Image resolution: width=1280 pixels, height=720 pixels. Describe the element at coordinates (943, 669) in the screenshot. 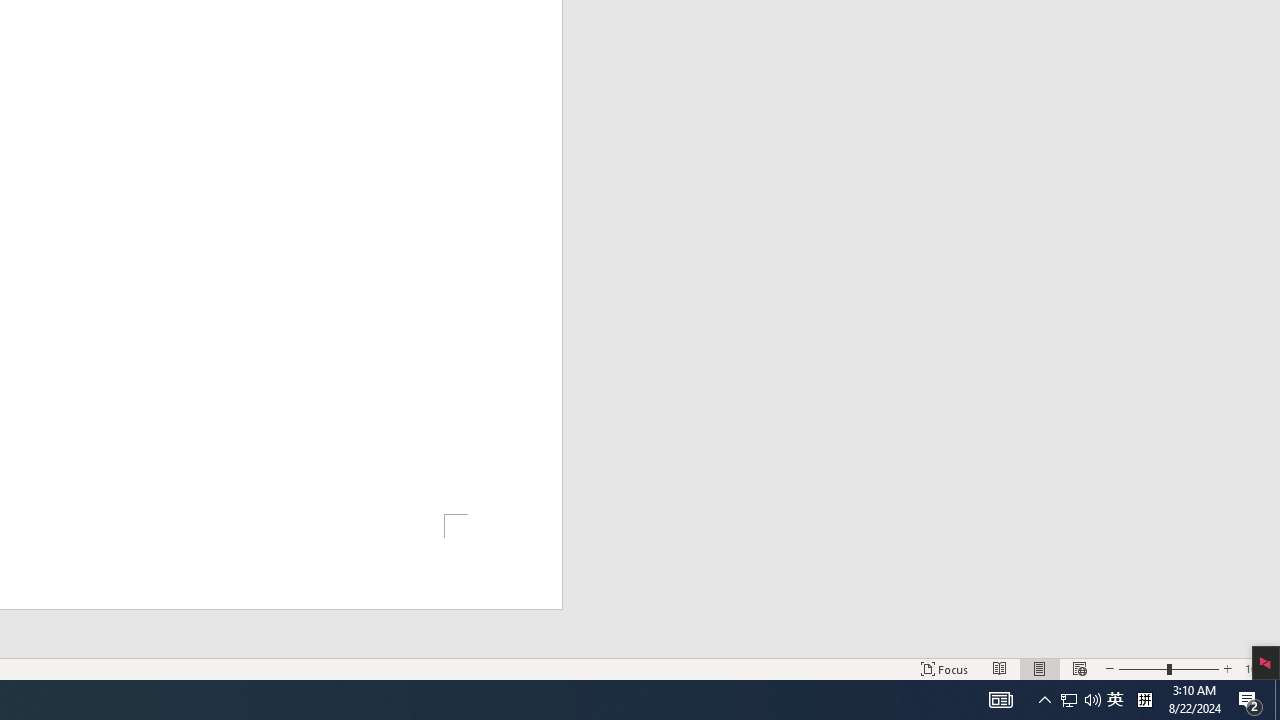

I see `'Focus '` at that location.